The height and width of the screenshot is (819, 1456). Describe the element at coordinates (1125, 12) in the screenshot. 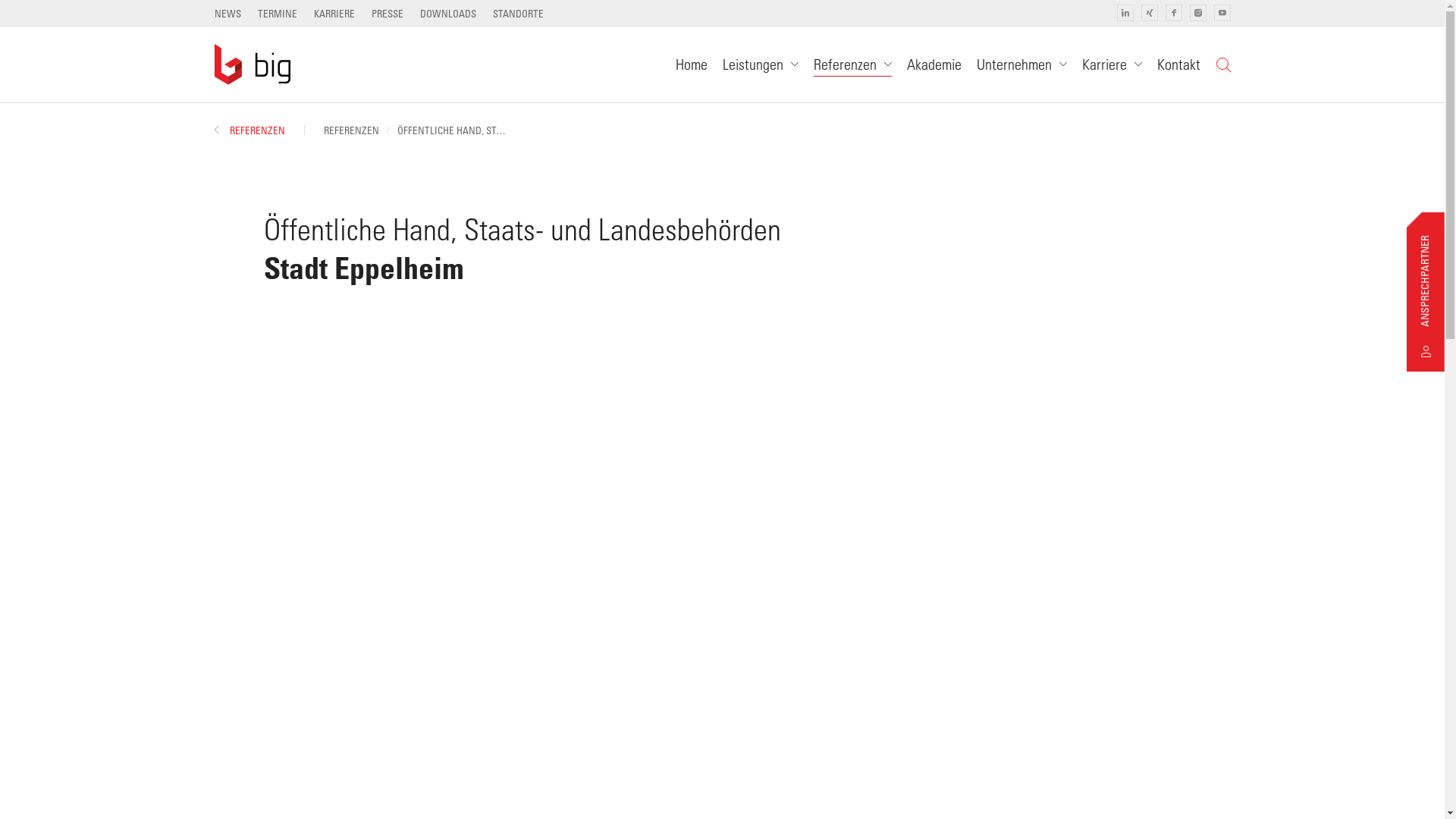

I see `'LinkedIn'` at that location.